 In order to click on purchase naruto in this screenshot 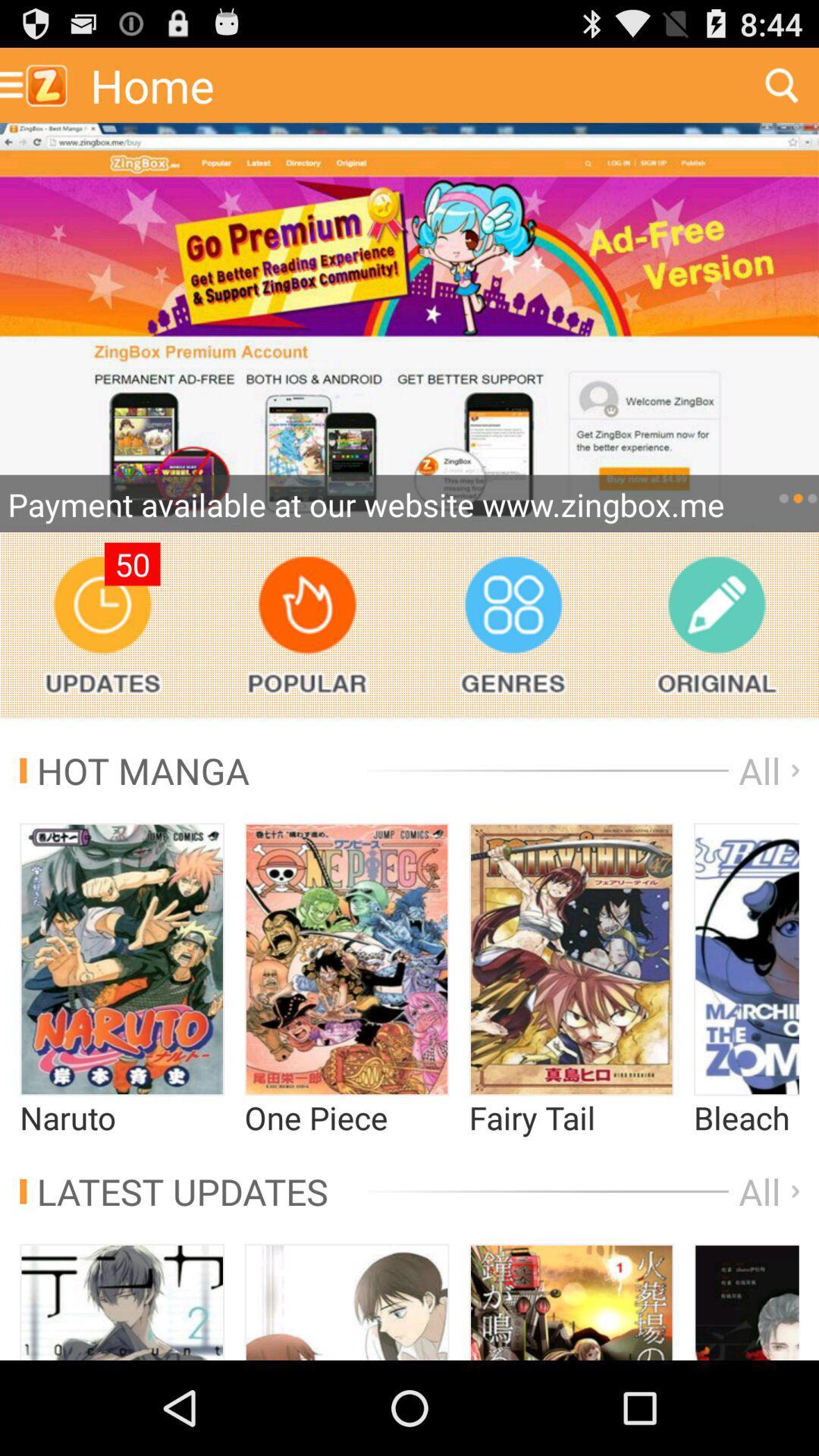, I will do `click(121, 959)`.